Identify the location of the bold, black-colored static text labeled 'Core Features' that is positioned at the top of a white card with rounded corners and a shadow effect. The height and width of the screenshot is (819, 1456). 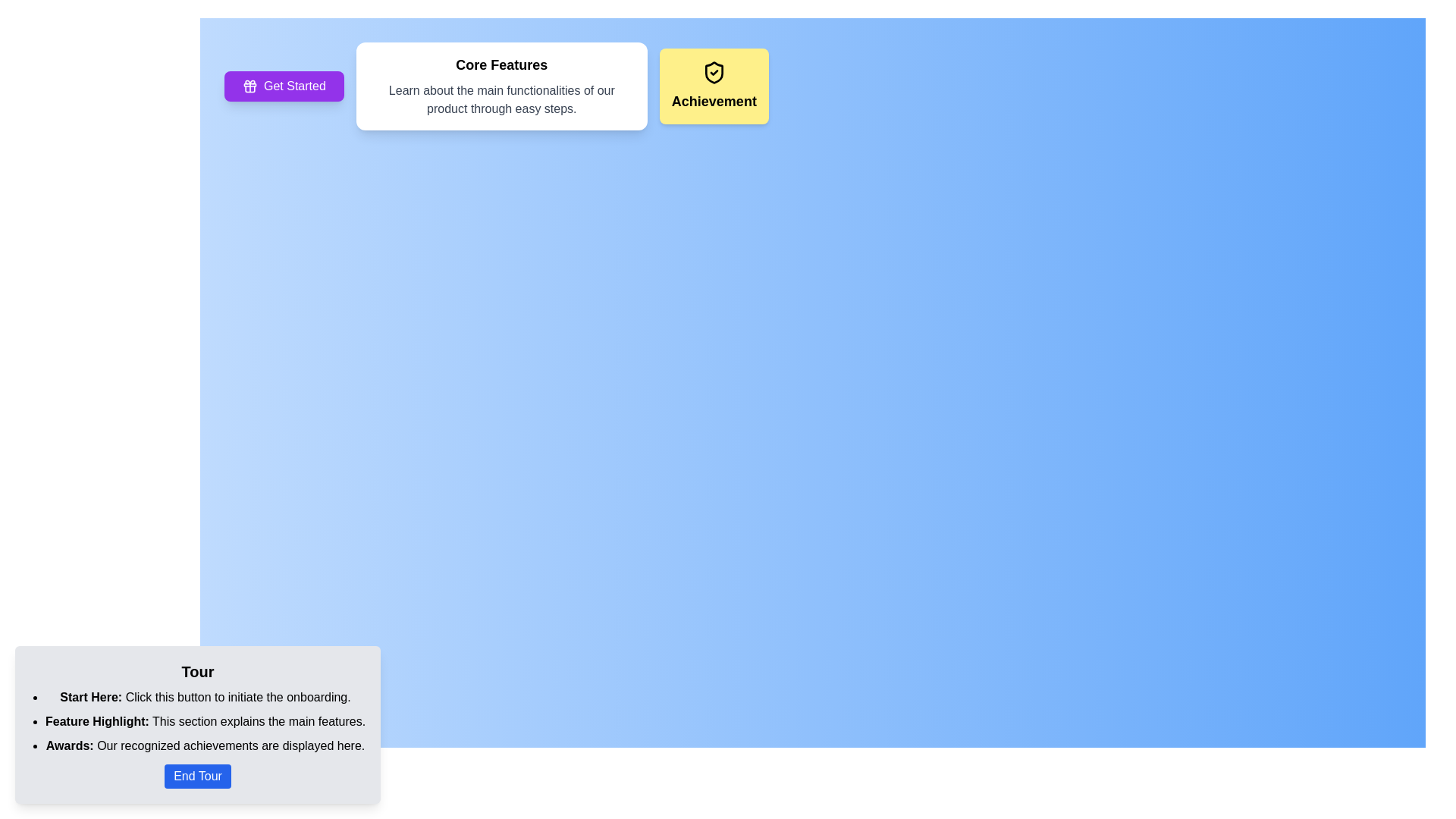
(501, 64).